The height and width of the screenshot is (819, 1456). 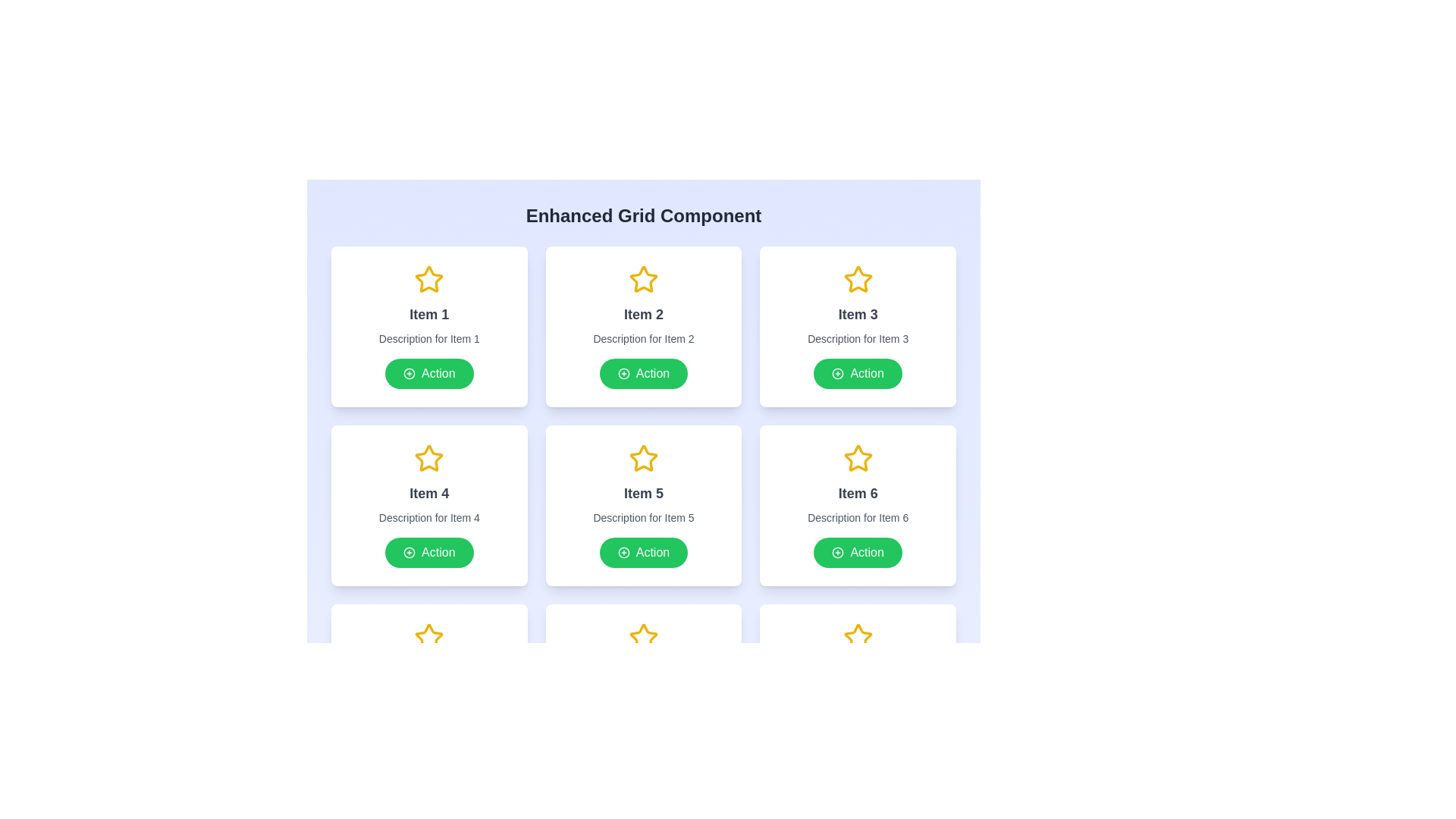 What do you see at coordinates (428, 457) in the screenshot?
I see `the star icon in the second row of the grid for 'Item 4' to interact with the rating mechanism` at bounding box center [428, 457].